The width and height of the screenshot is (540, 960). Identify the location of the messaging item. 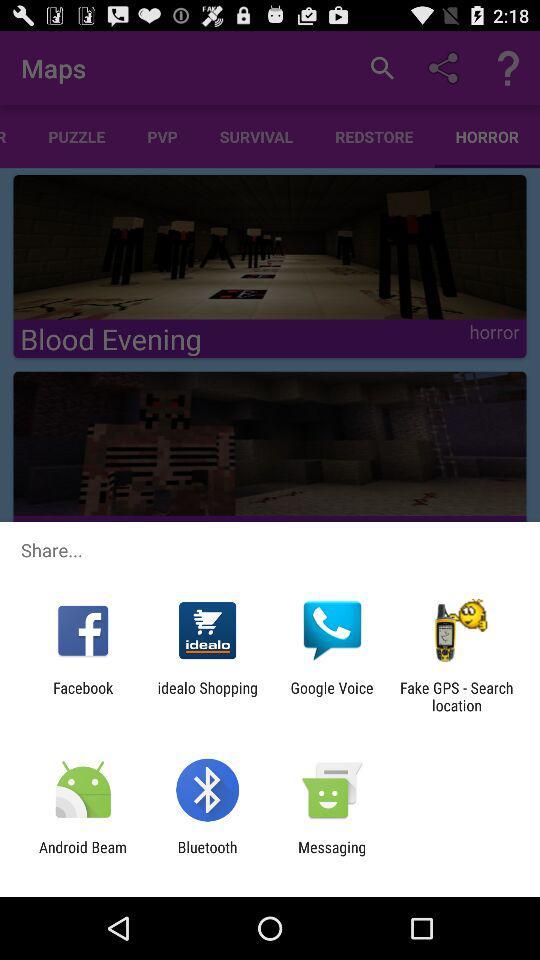
(332, 855).